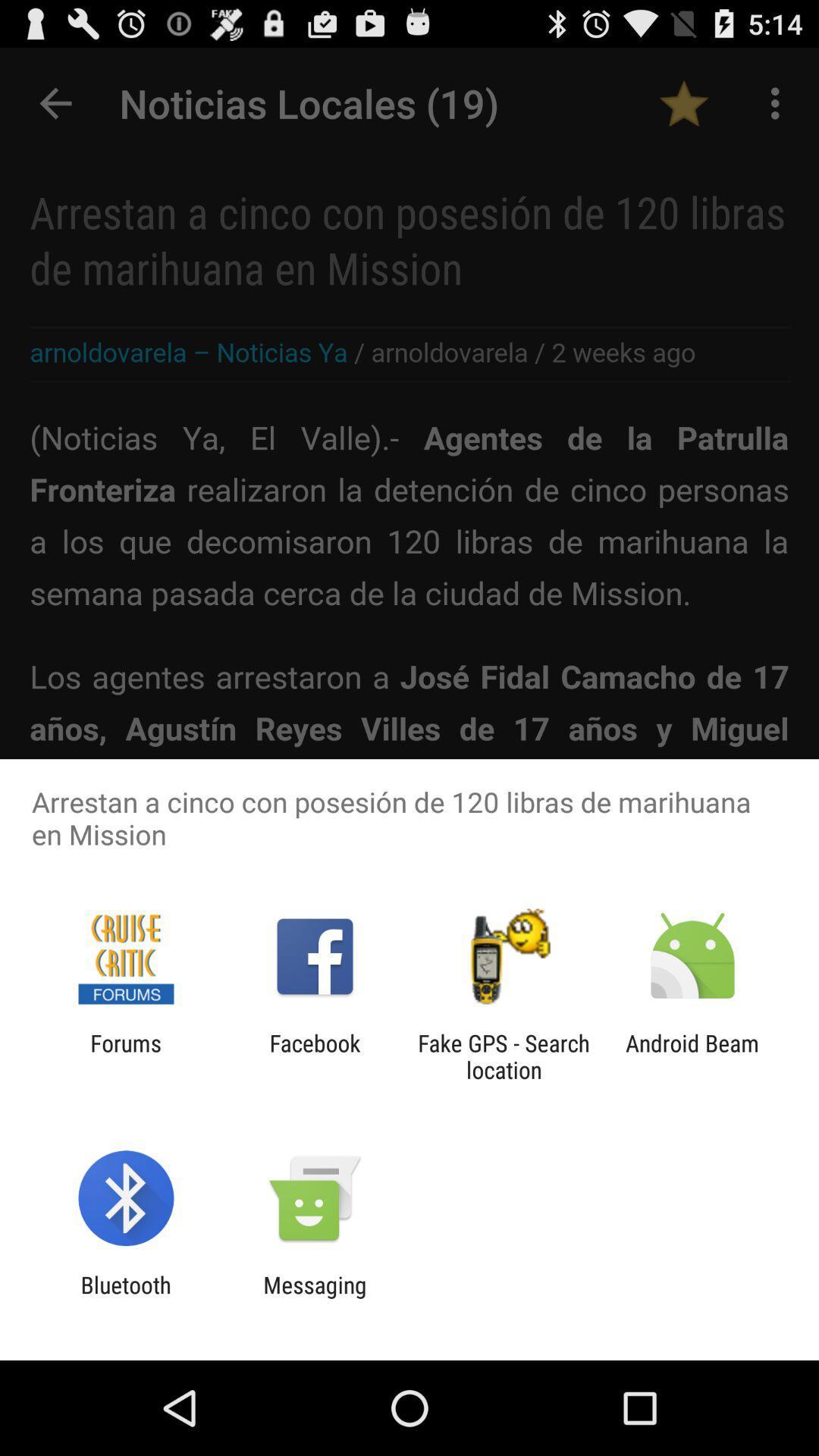  What do you see at coordinates (692, 1056) in the screenshot?
I see `app next to fake gps search app` at bounding box center [692, 1056].